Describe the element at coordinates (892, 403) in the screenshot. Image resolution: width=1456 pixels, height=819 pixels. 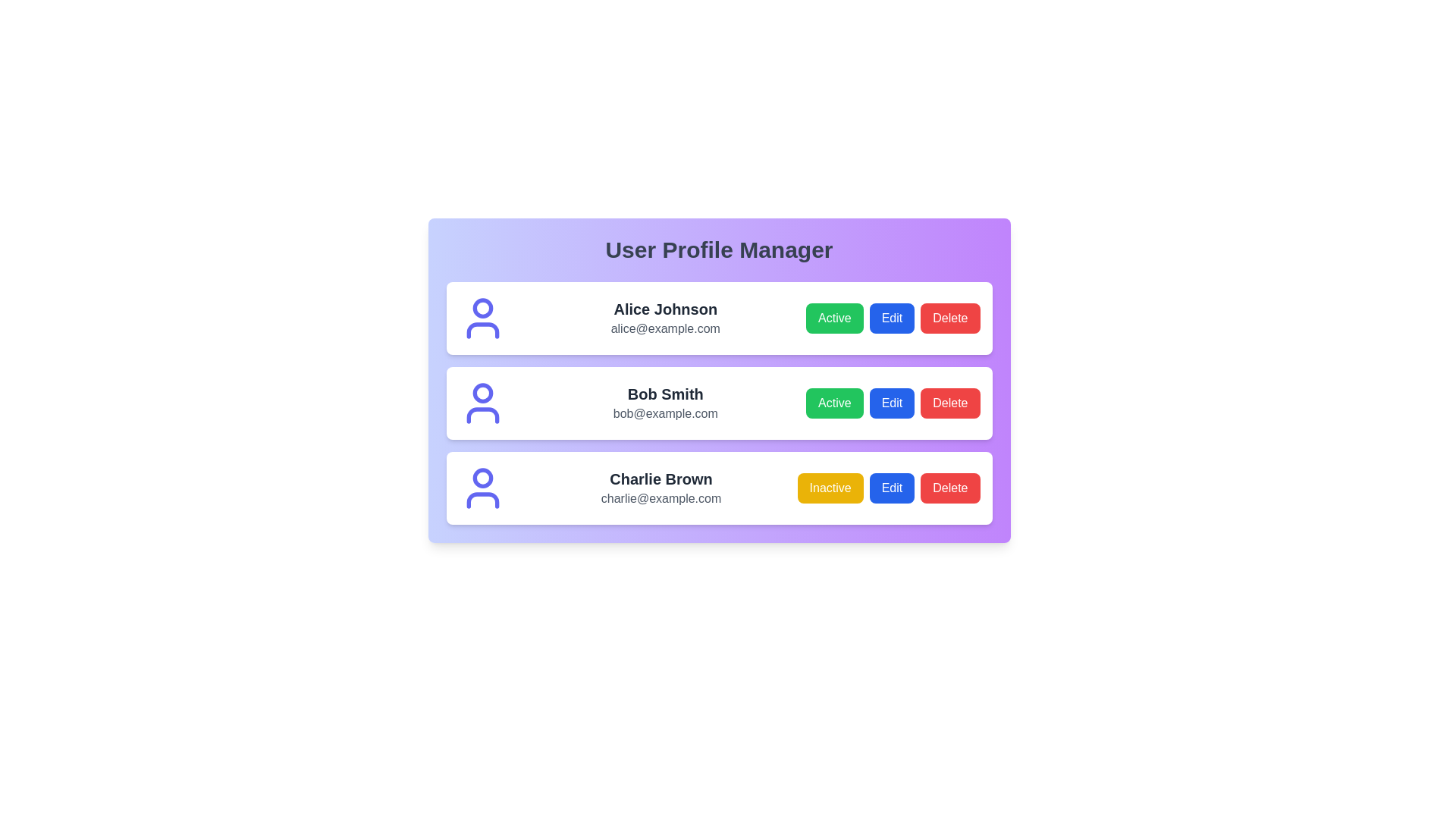
I see `'Edit' button for the profile of Bob Smith` at that location.